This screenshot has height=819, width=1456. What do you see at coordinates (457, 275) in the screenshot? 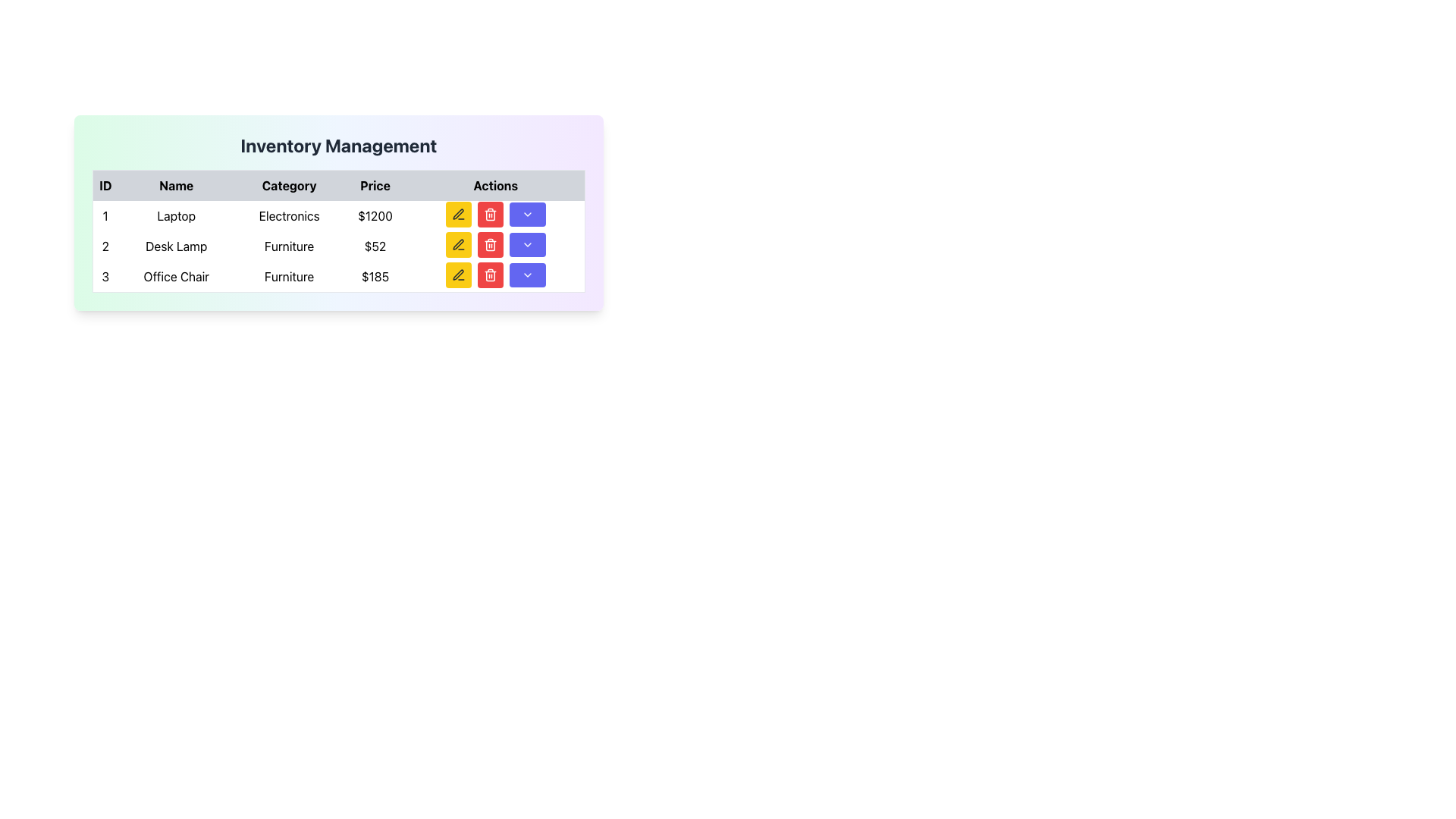
I see `the edit icon represented by a pen graphic inside a yellow square button under the 'Actions' column for 'Office Chair'` at bounding box center [457, 275].